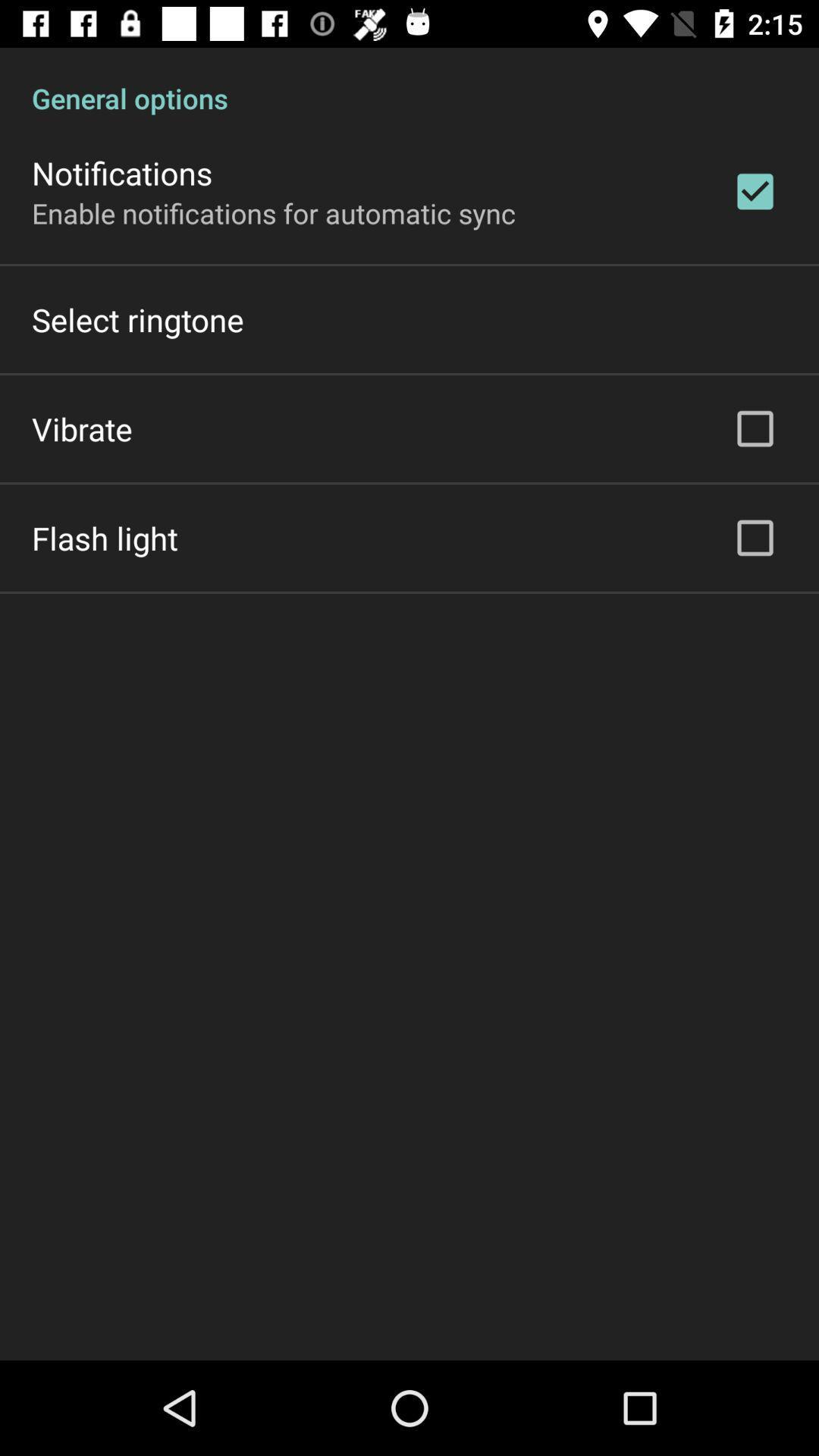 This screenshot has height=1456, width=819. I want to click on the icon below notifications item, so click(274, 212).